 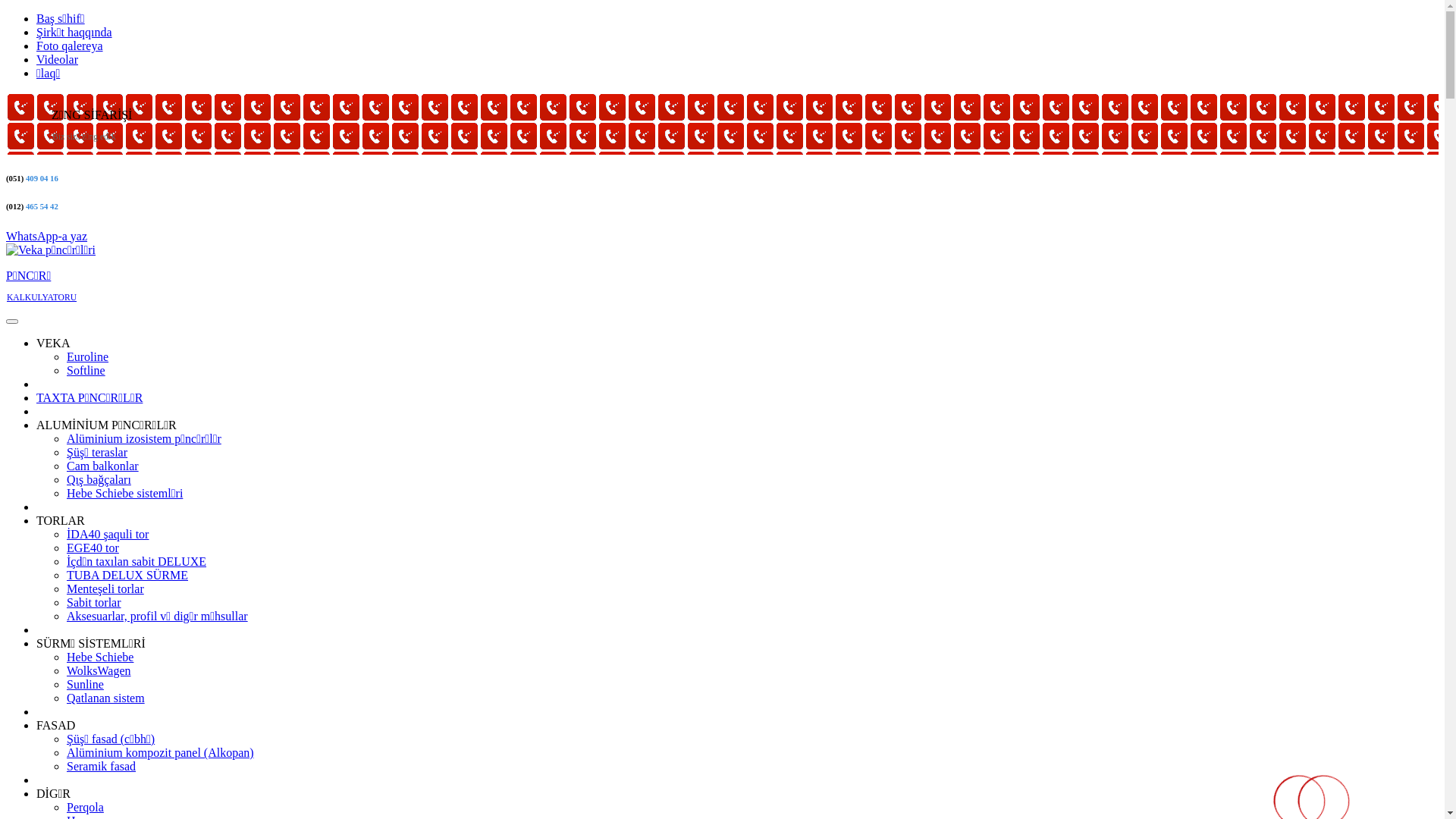 What do you see at coordinates (102, 465) in the screenshot?
I see `'Cam balkonlar'` at bounding box center [102, 465].